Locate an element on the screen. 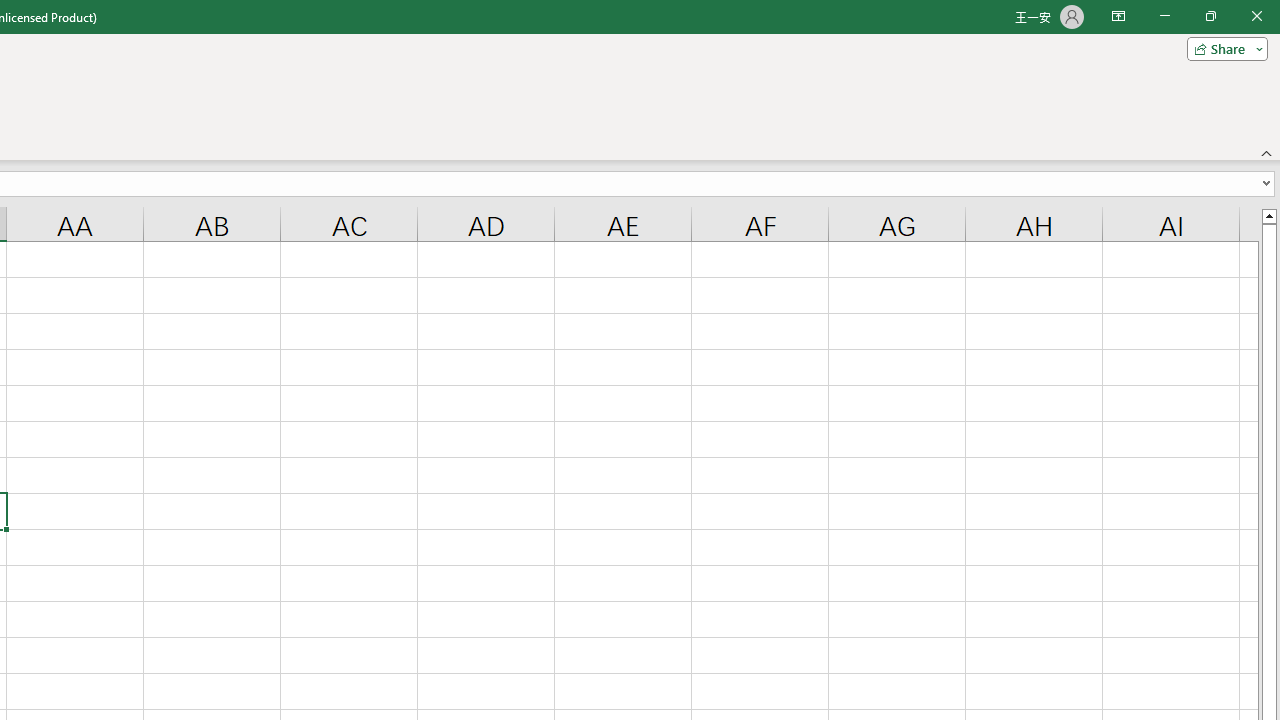 This screenshot has height=720, width=1280. 'Close' is located at coordinates (1255, 16).